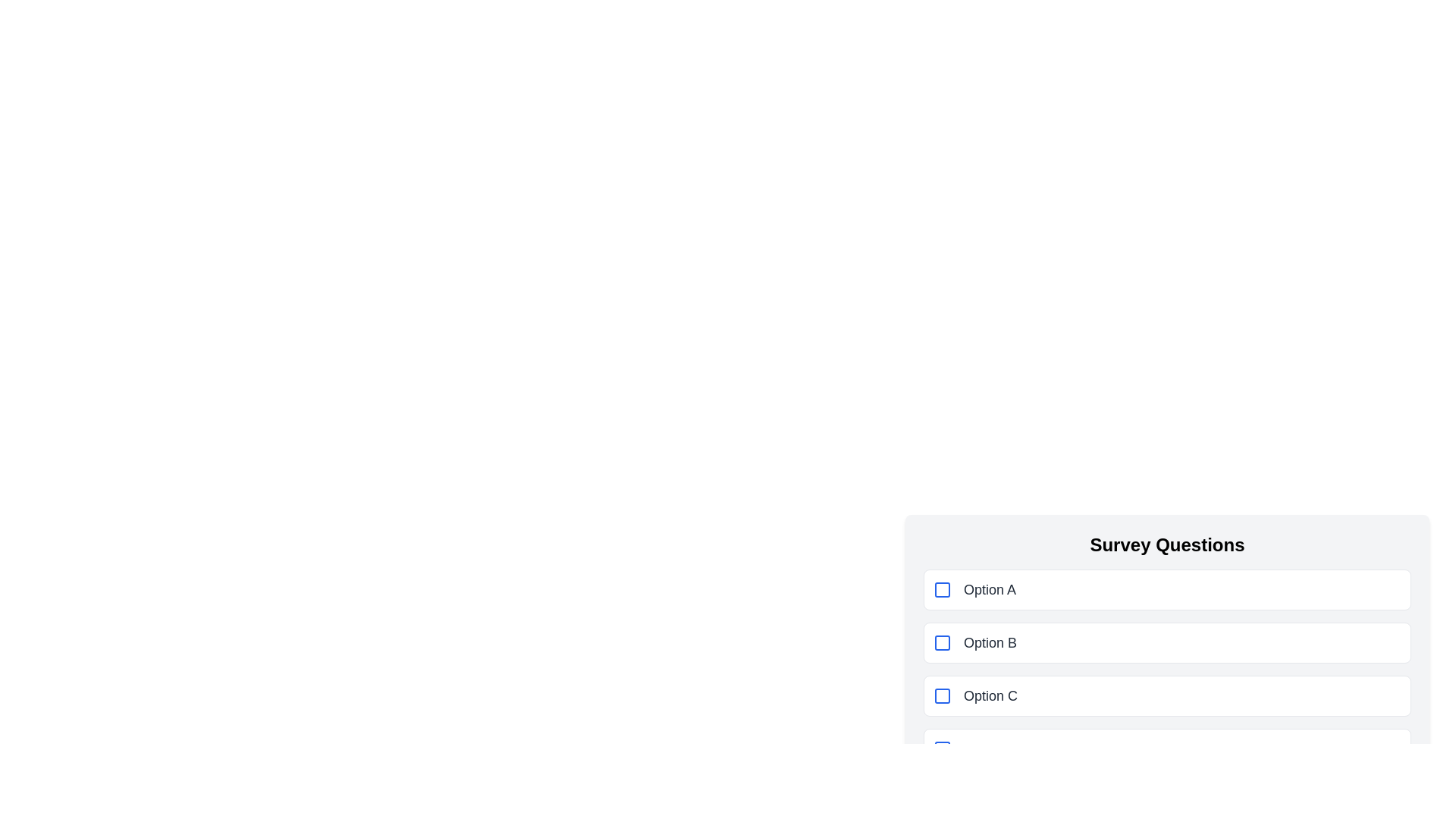 Image resolution: width=1456 pixels, height=819 pixels. Describe the element at coordinates (942, 643) in the screenshot. I see `the blue-bordered checkbox located to the left of the label 'Option B' to mark it` at that location.